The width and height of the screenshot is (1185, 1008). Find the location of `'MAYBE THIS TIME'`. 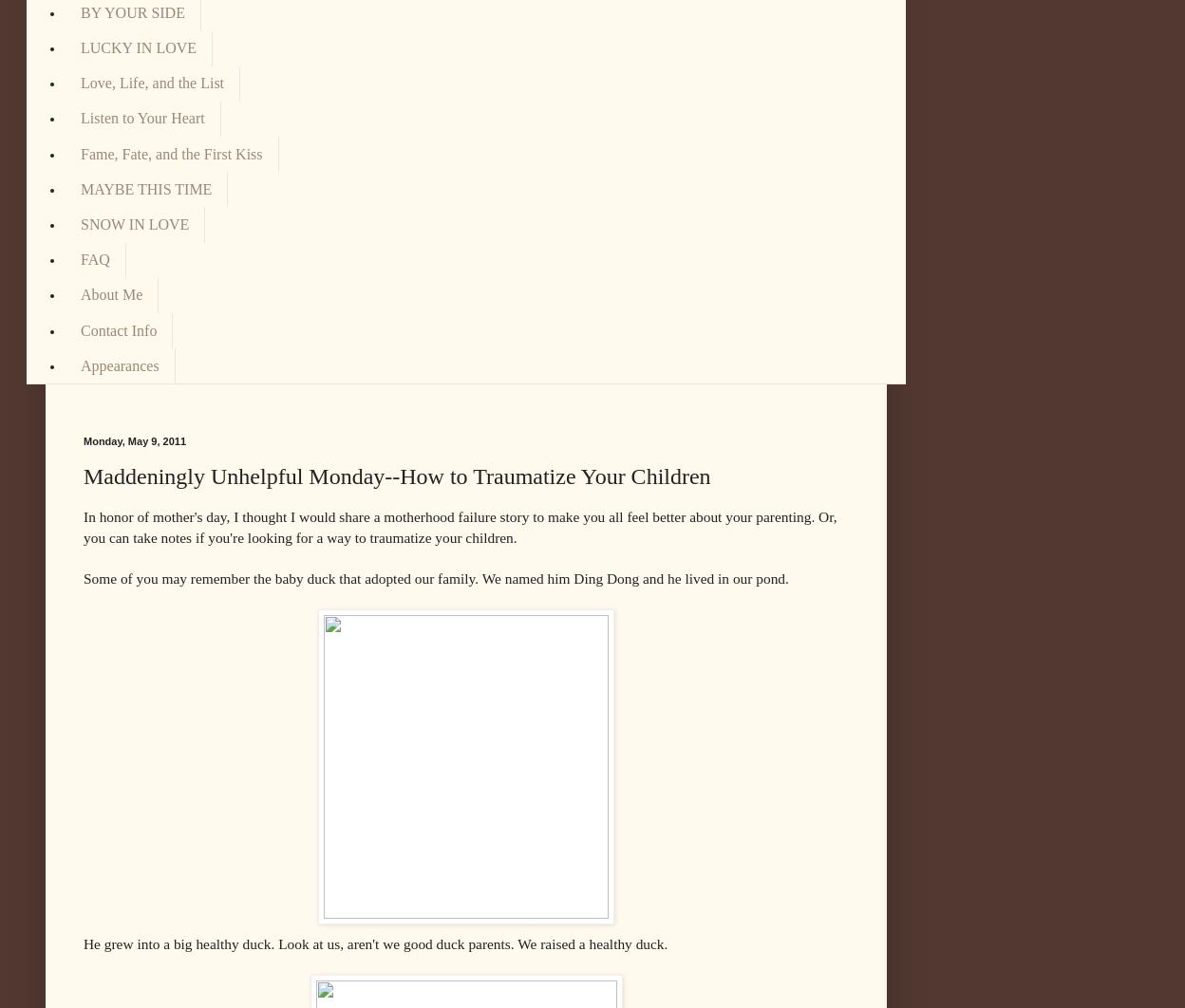

'MAYBE THIS TIME' is located at coordinates (146, 188).